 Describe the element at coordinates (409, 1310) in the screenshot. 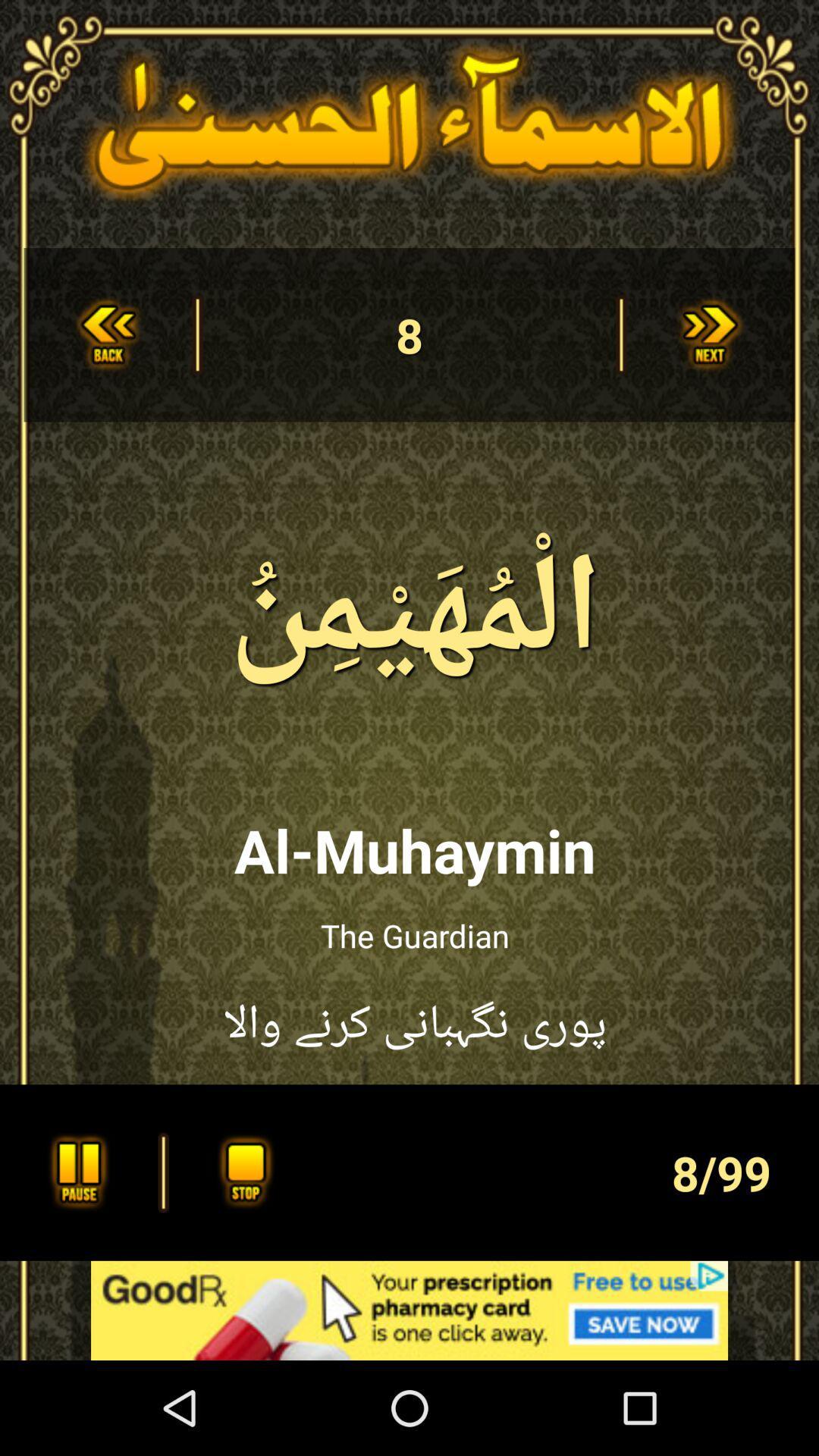

I see `your add` at that location.